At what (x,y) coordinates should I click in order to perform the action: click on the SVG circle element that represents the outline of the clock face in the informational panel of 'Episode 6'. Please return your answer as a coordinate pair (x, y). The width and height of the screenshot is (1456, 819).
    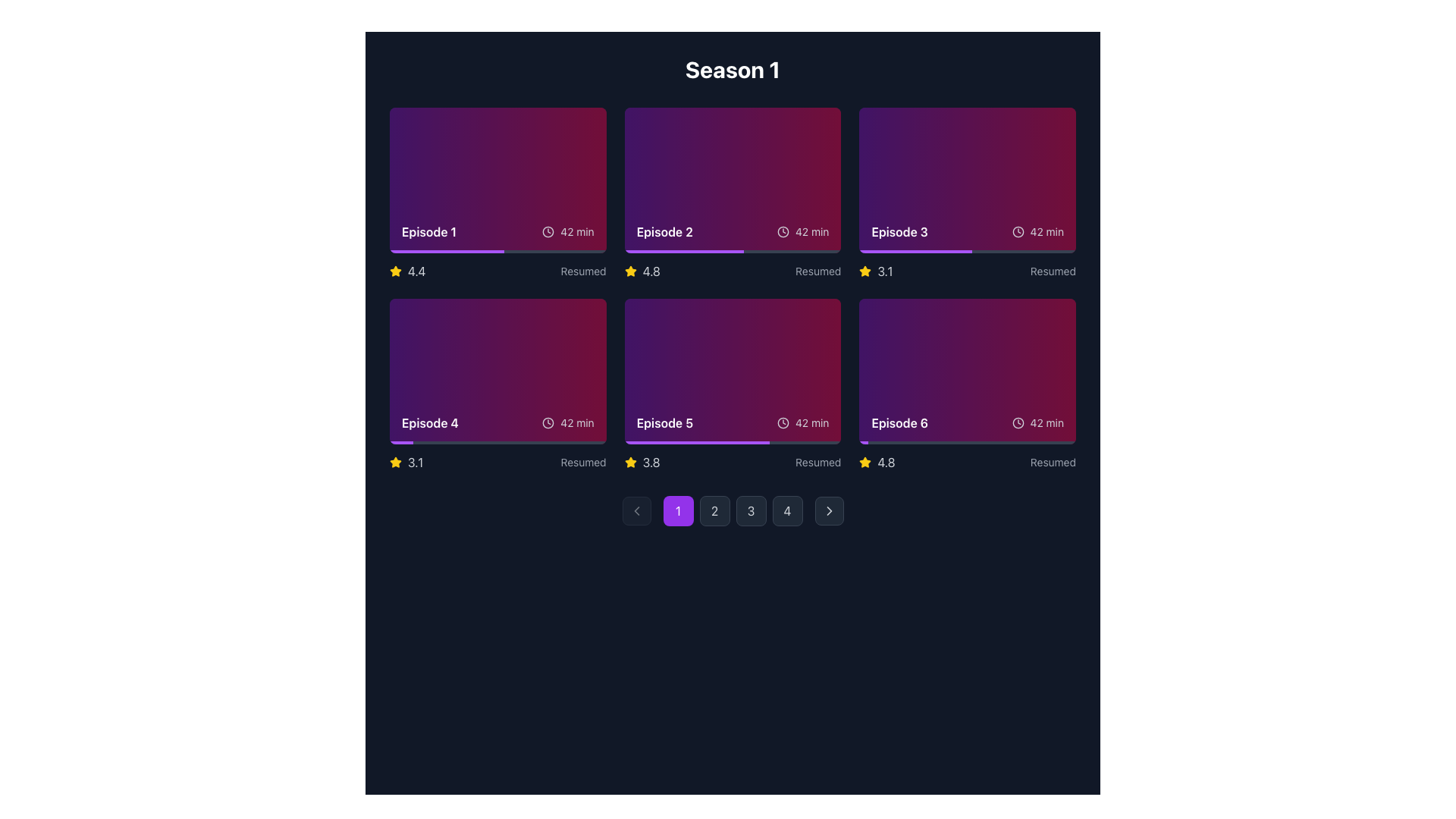
    Looking at the image, I should click on (1018, 423).